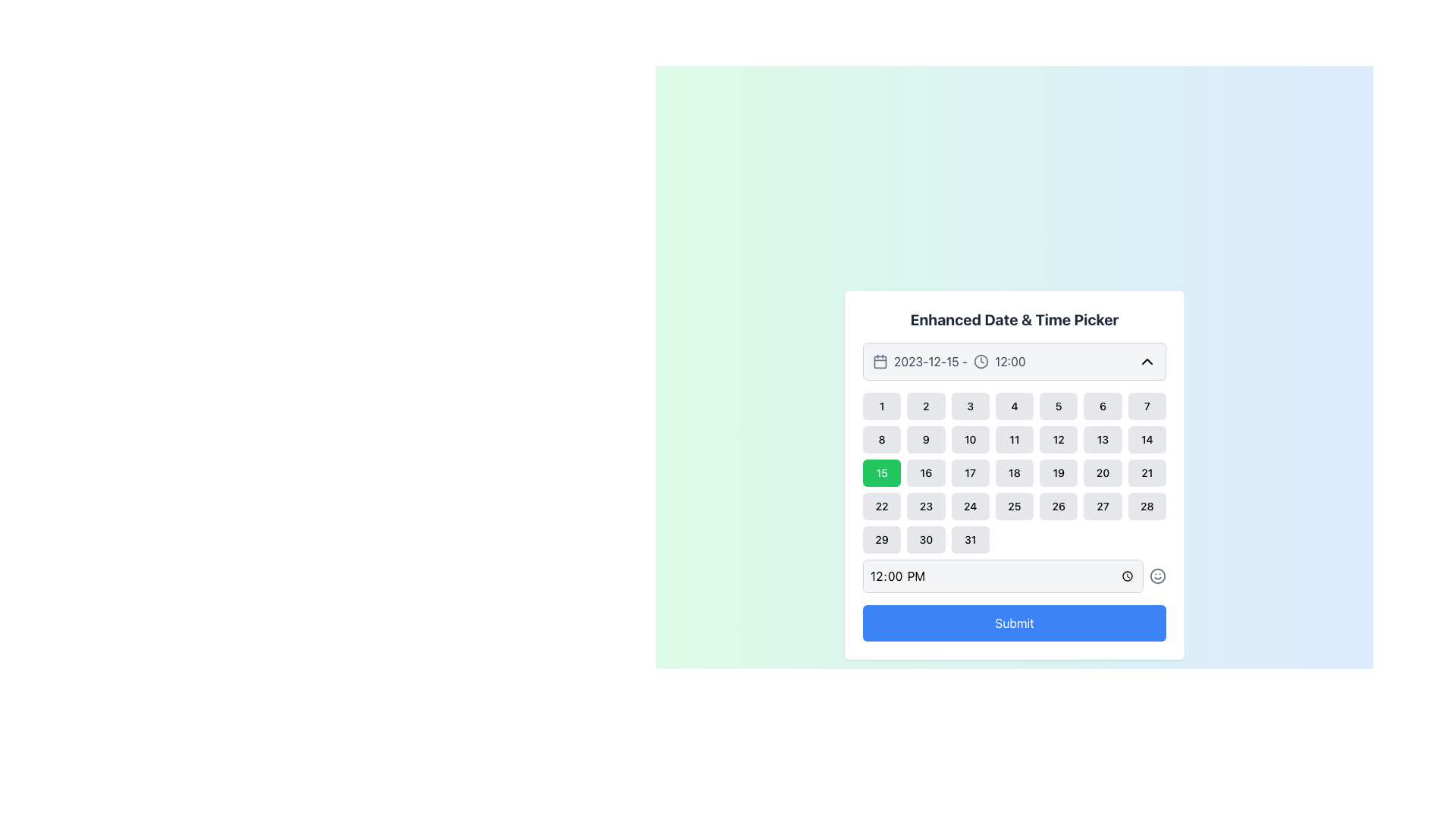 Image resolution: width=1456 pixels, height=819 pixels. Describe the element at coordinates (969, 506) in the screenshot. I see `the rectangular button displaying the number '24' in black text, located in the fourth row and third column of the date picker UI grid` at that location.